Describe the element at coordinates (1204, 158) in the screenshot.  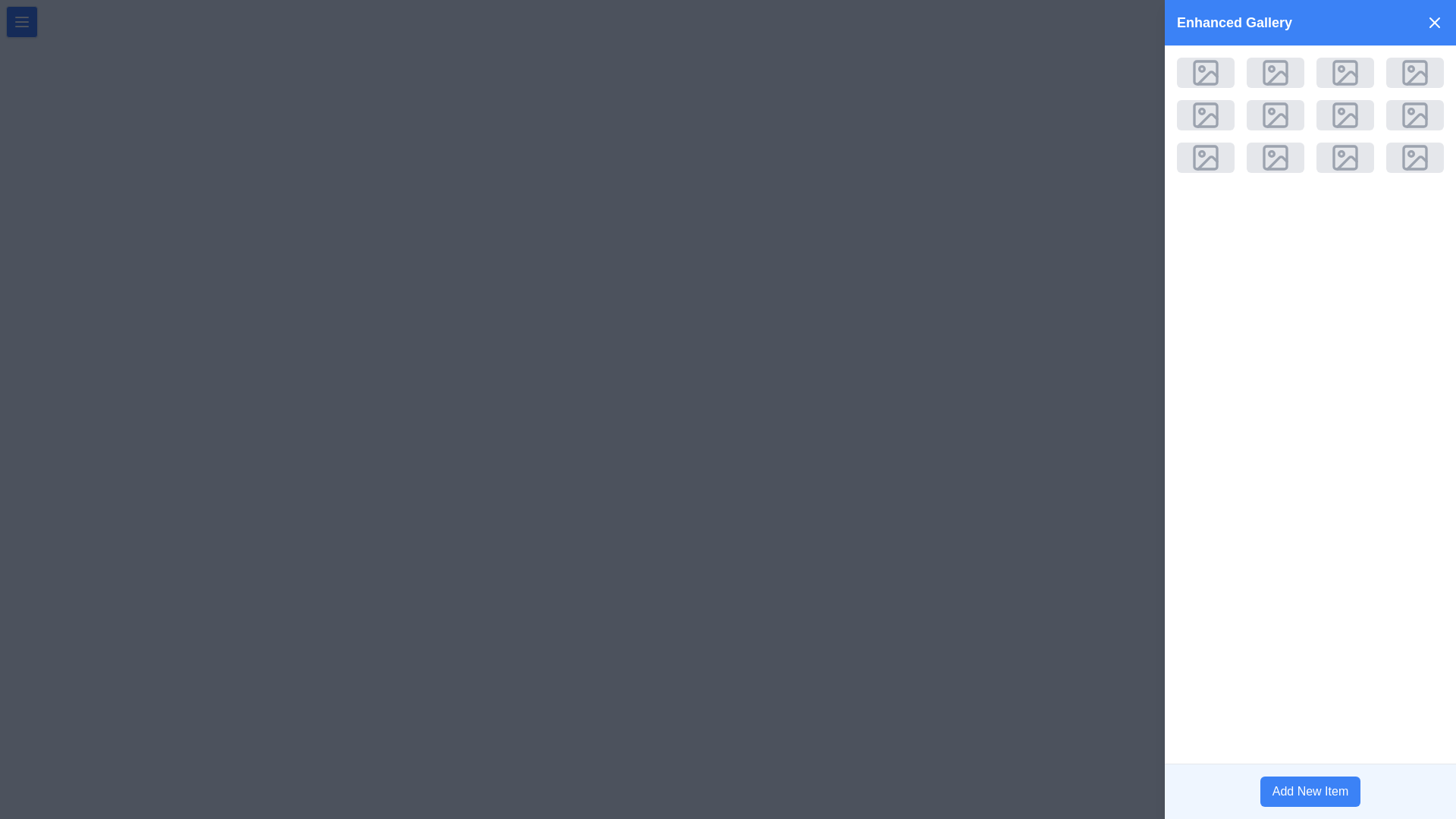
I see `the light gray rounded rectangle icon element` at that location.